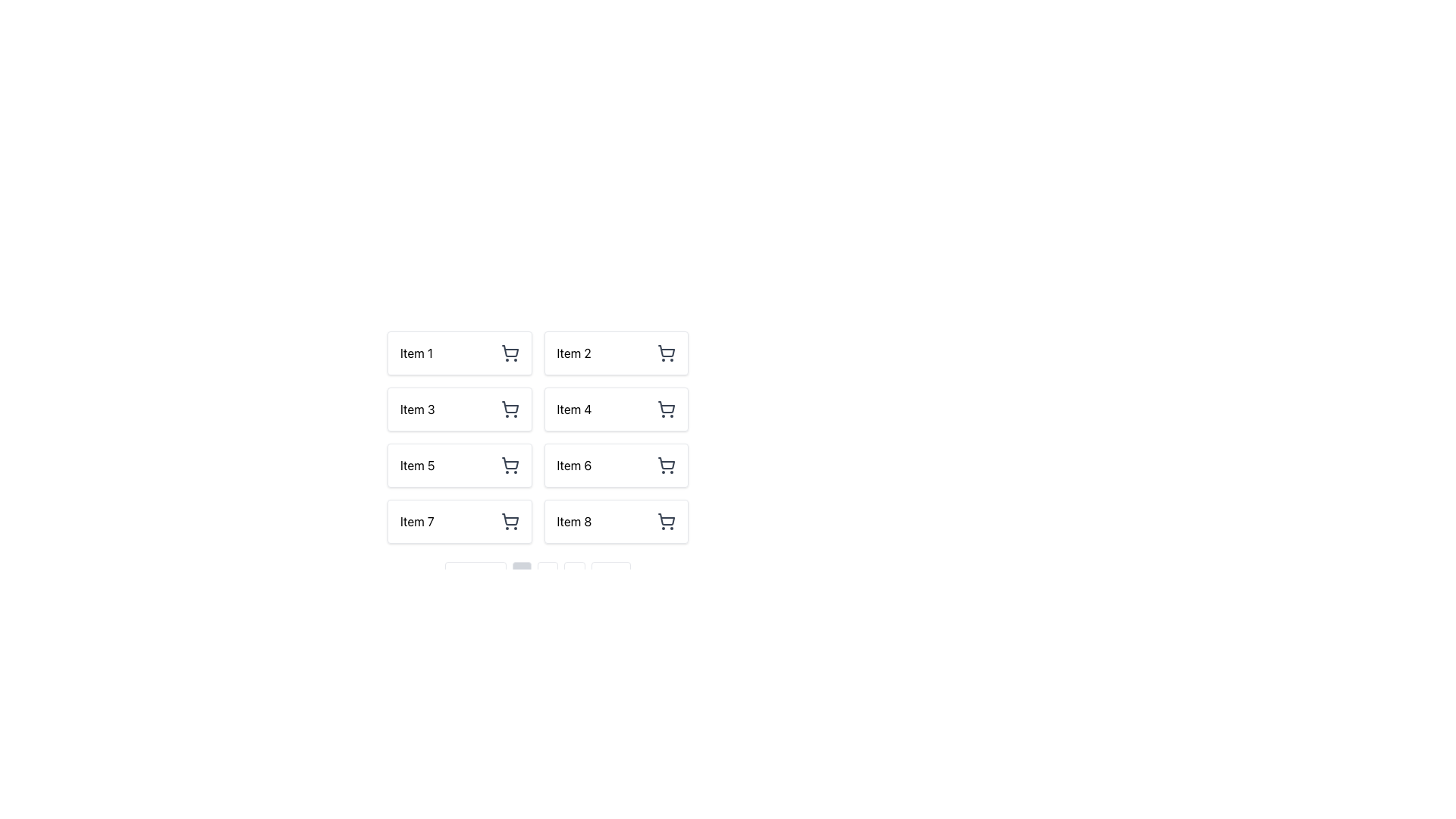 This screenshot has height=819, width=1456. What do you see at coordinates (666, 406) in the screenshot?
I see `the shopping cart icon in the fourth column of the grid layout, which indicates cart-related functionality` at bounding box center [666, 406].